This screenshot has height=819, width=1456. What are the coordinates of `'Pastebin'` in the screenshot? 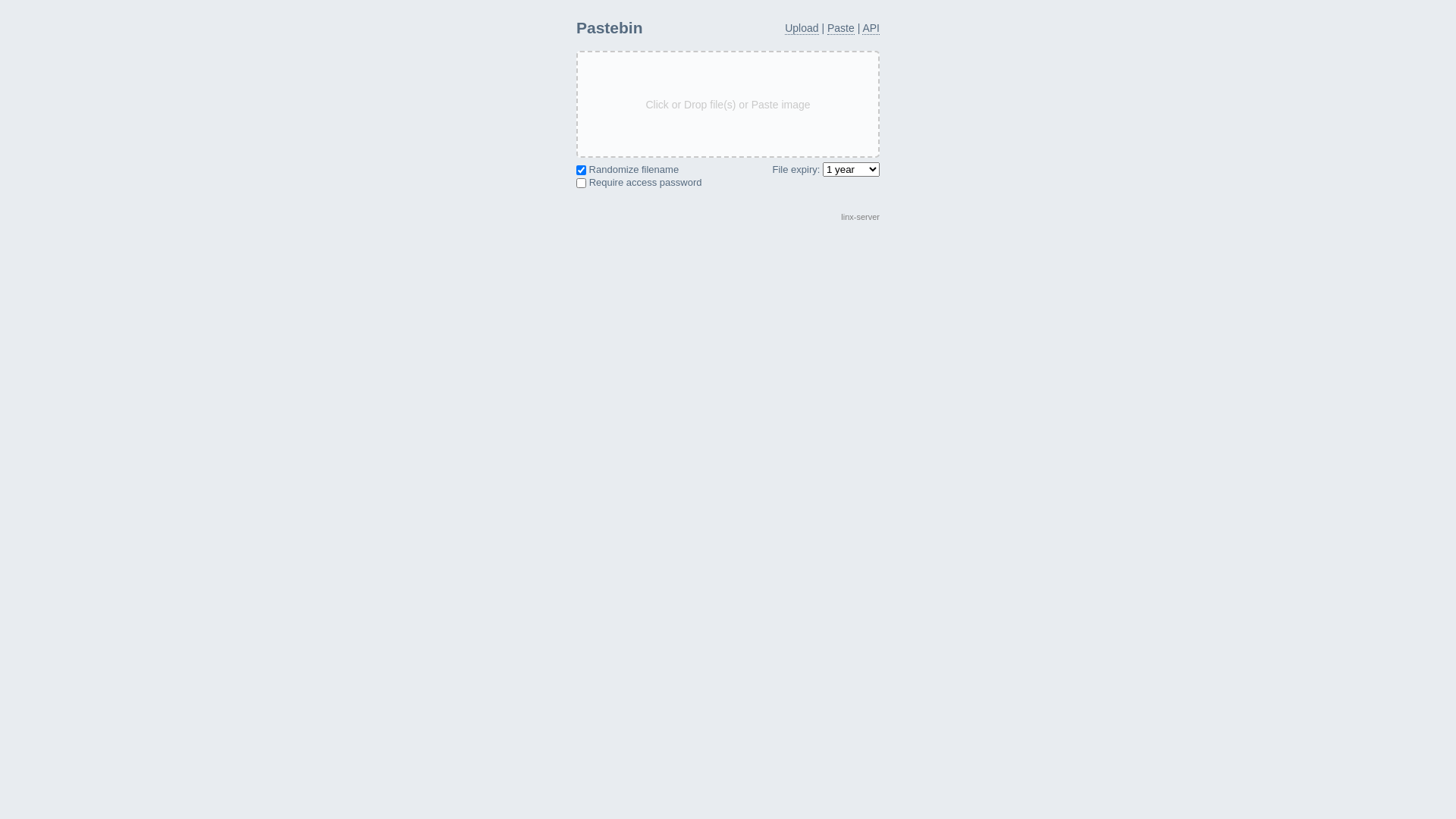 It's located at (609, 27).